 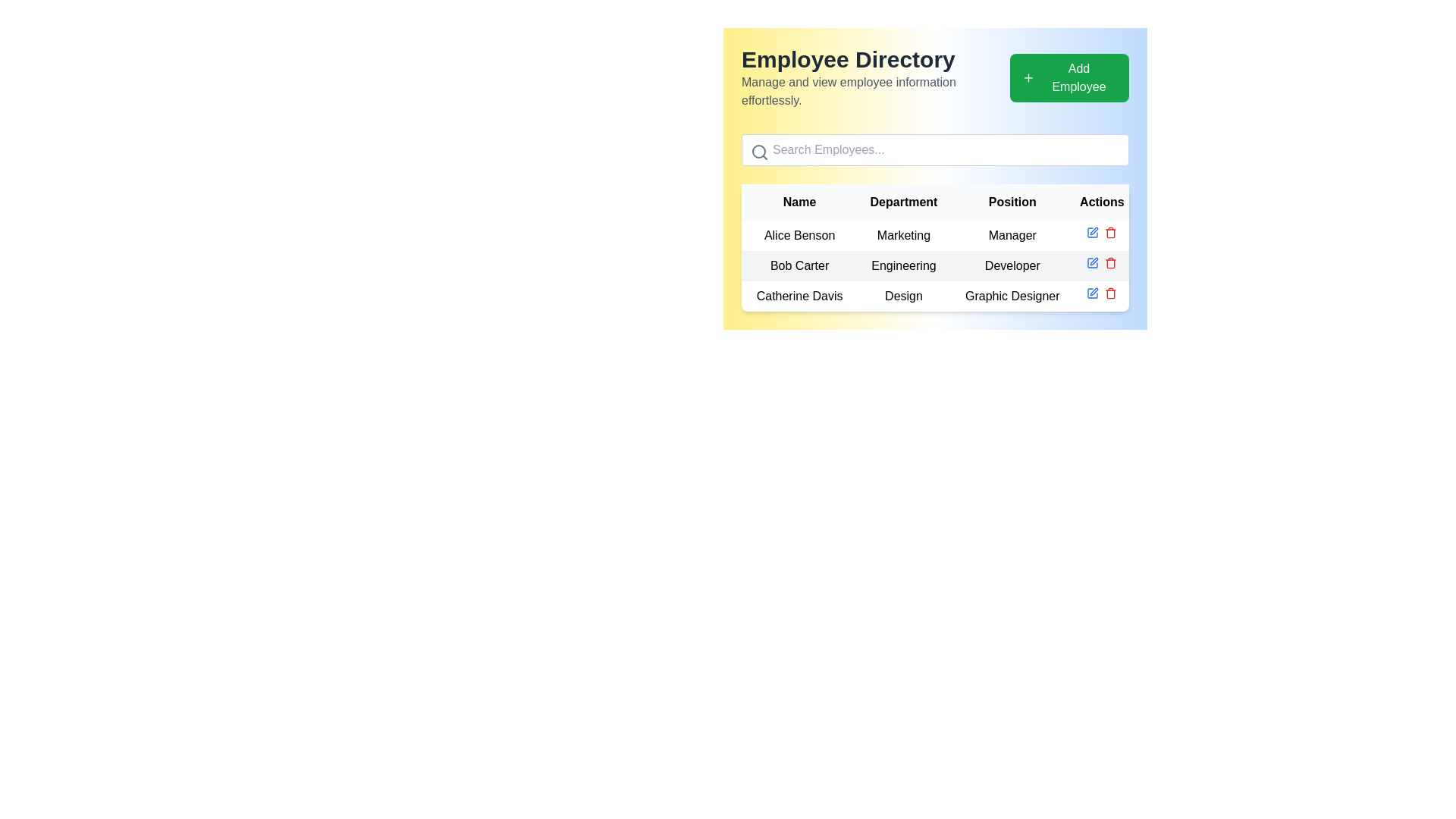 What do you see at coordinates (1012, 201) in the screenshot?
I see `the text label displaying 'Position' in bold black font, which is the third item in the table header row, positioned between 'Department' and 'Actions'` at bounding box center [1012, 201].